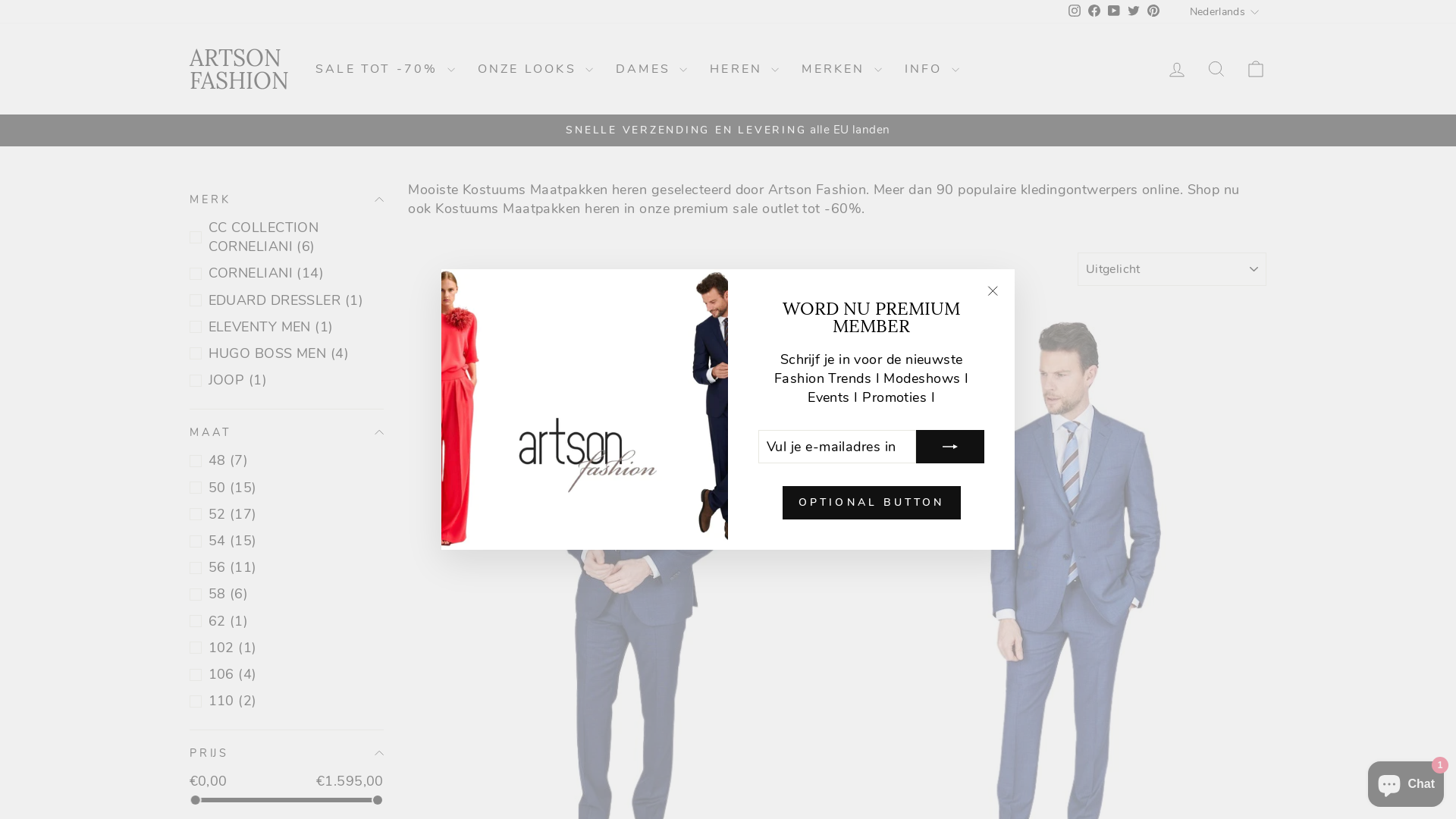 The image size is (1456, 819). I want to click on 'icon-X, so click(993, 291).